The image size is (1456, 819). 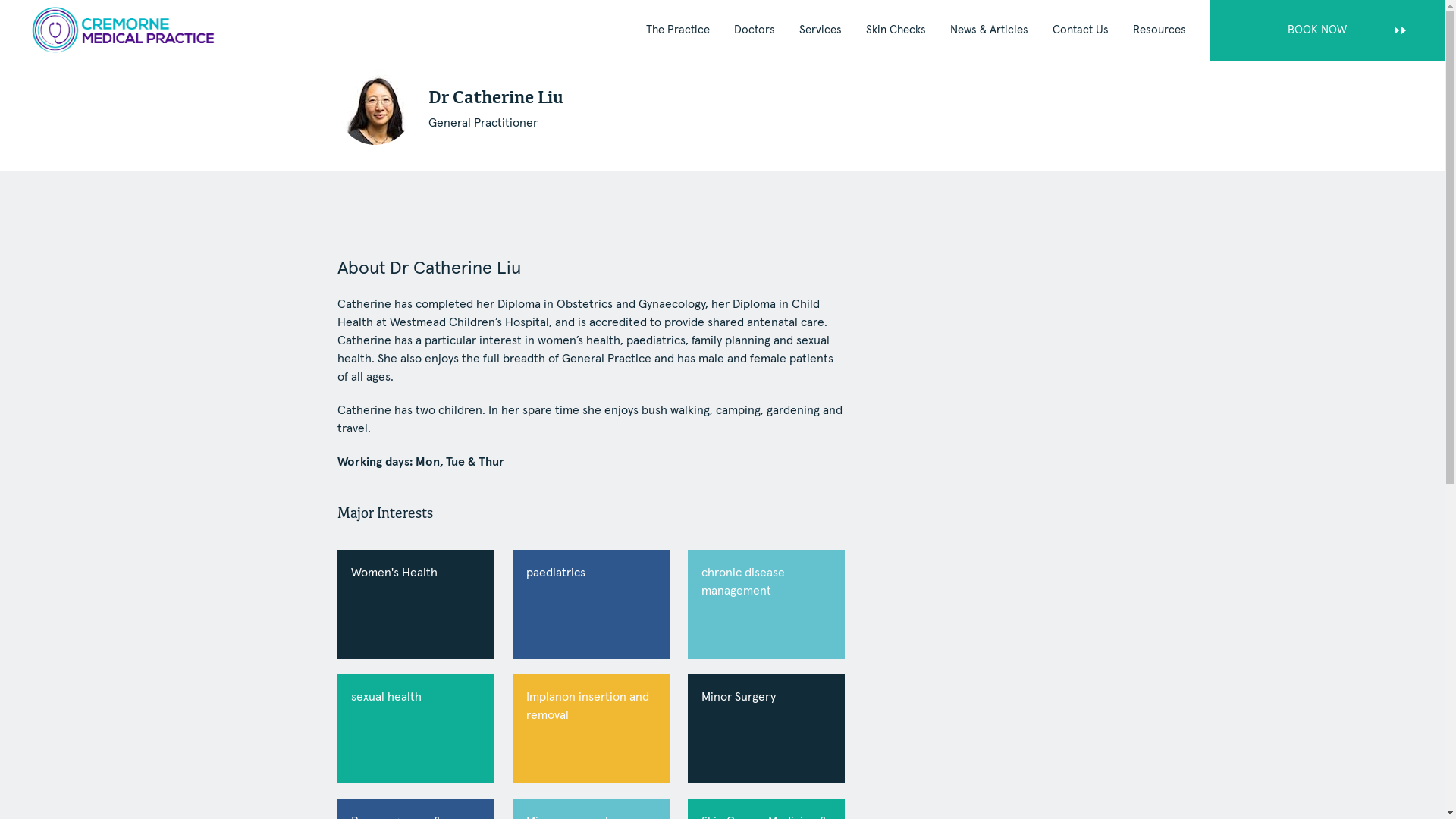 I want to click on 'Doctors', so click(x=754, y=30).